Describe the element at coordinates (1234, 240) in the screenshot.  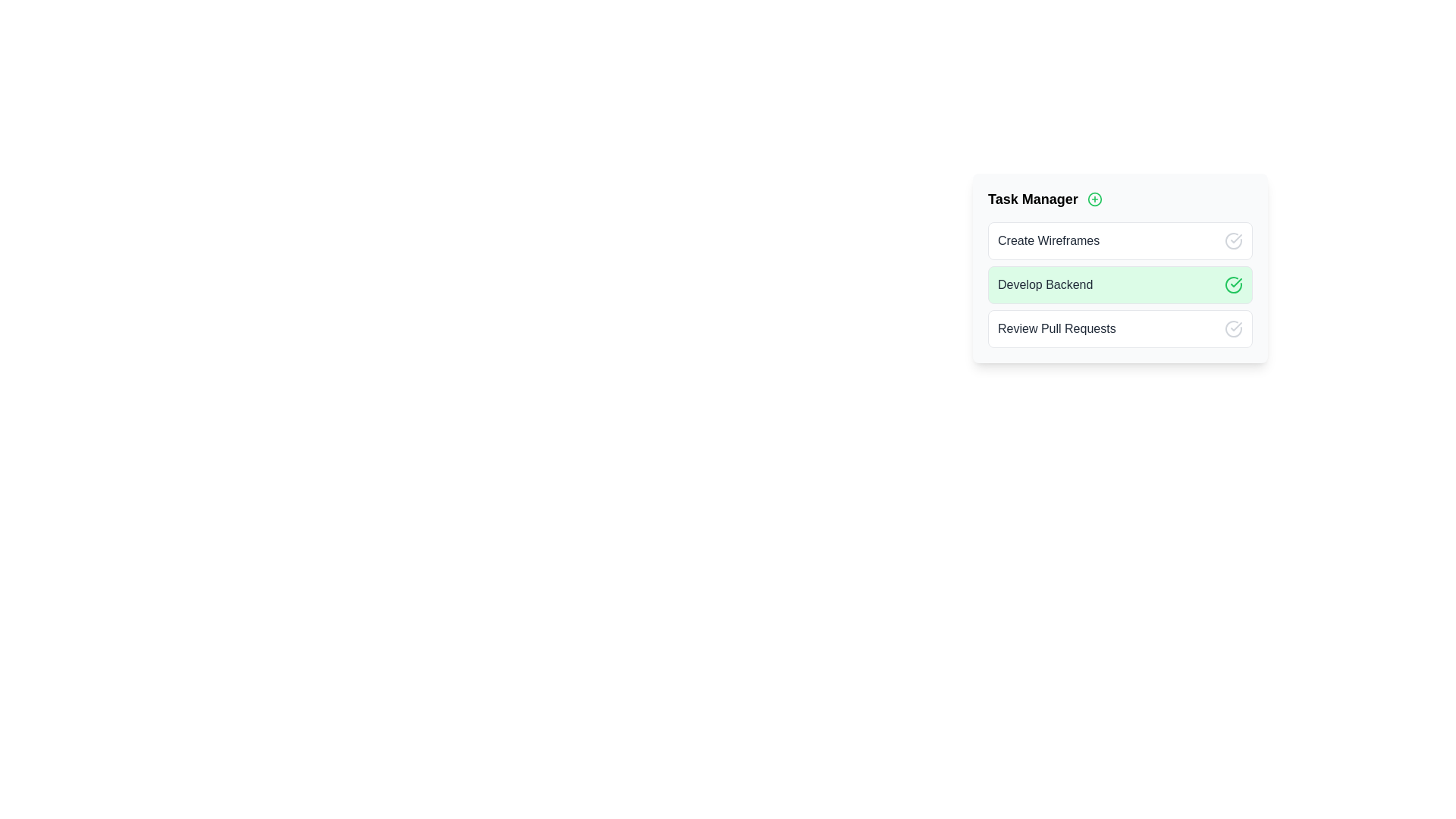
I see `the task completion icon located in the 'Create Wireframes' task row of the 'Task Manager' widget to mark the task as completed` at that location.